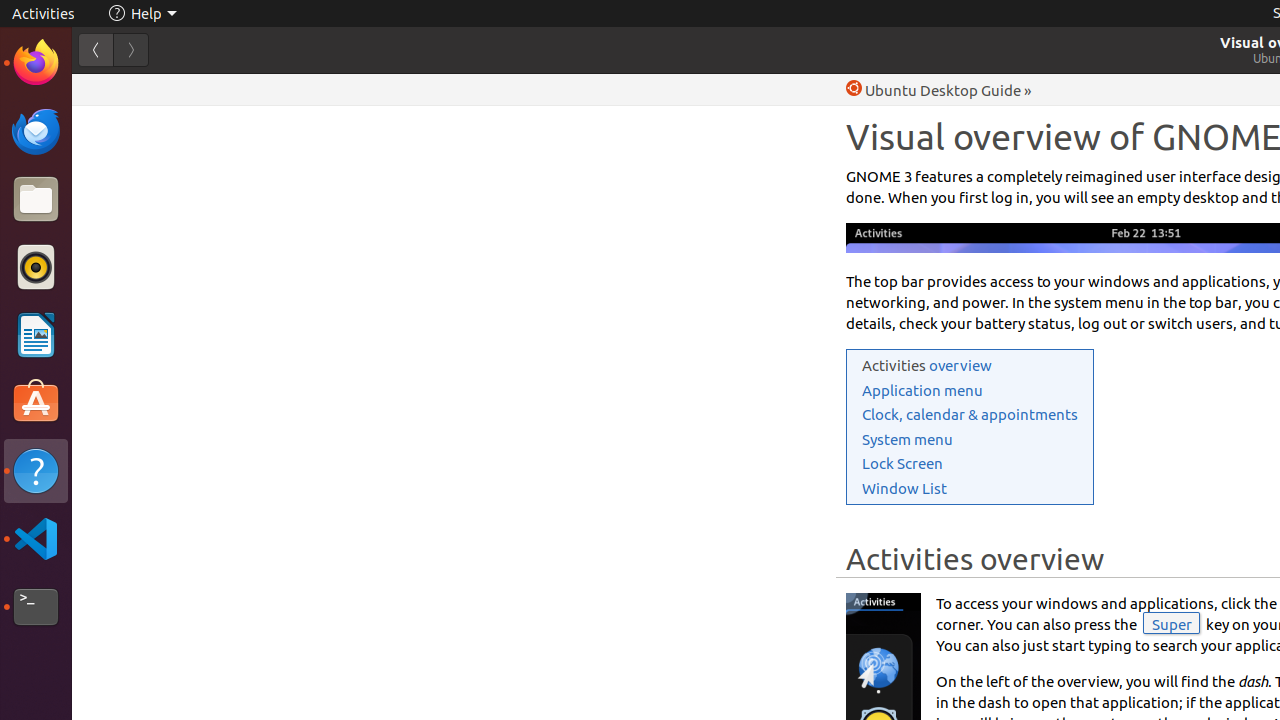  I want to click on 'Firefox Web Browser', so click(35, 61).